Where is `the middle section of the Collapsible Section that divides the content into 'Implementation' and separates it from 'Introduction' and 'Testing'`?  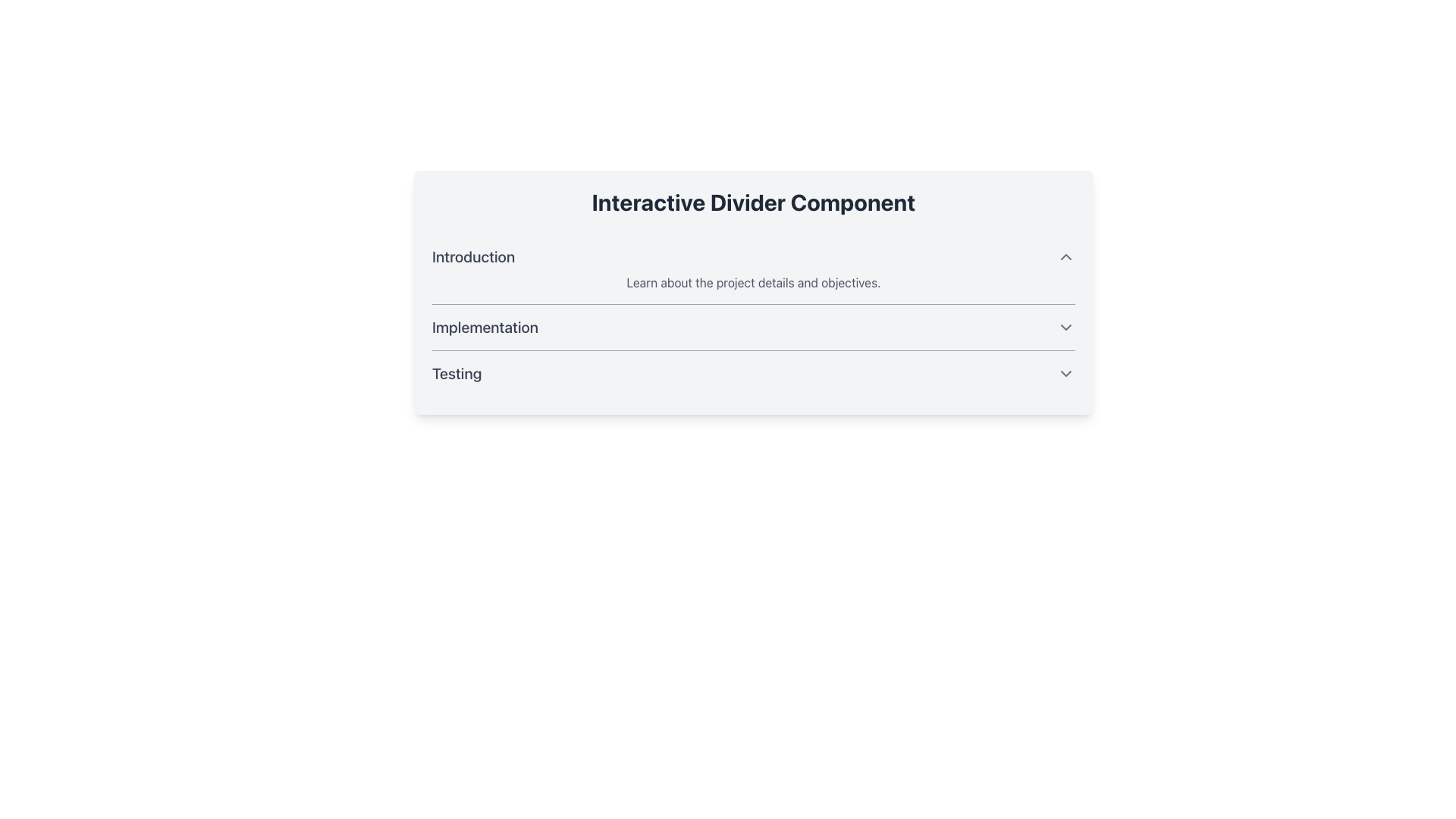
the middle section of the Collapsible Section that divides the content into 'Implementation' and separates it from 'Introduction' and 'Testing' is located at coordinates (753, 315).